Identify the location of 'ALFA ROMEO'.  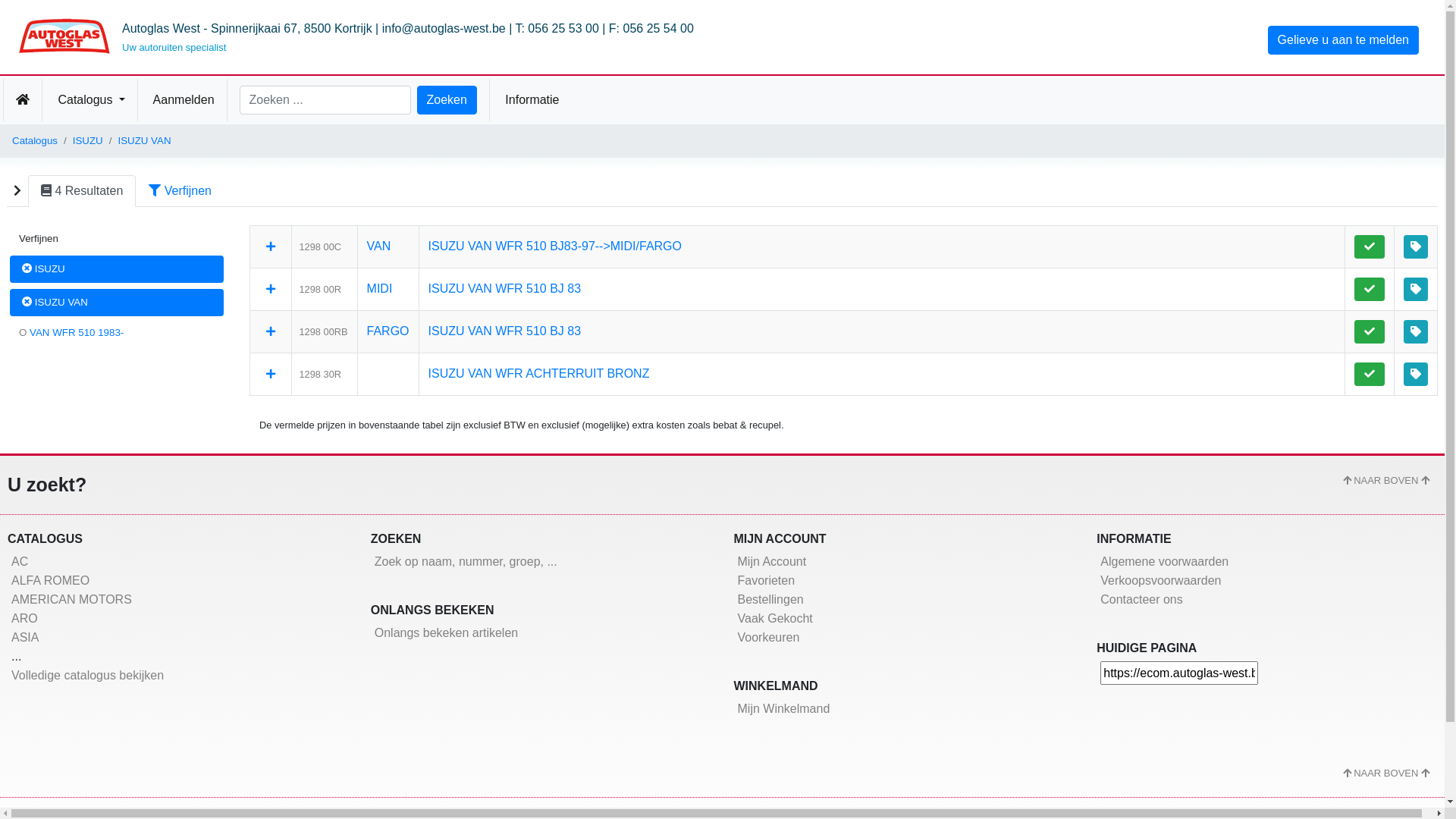
(50, 580).